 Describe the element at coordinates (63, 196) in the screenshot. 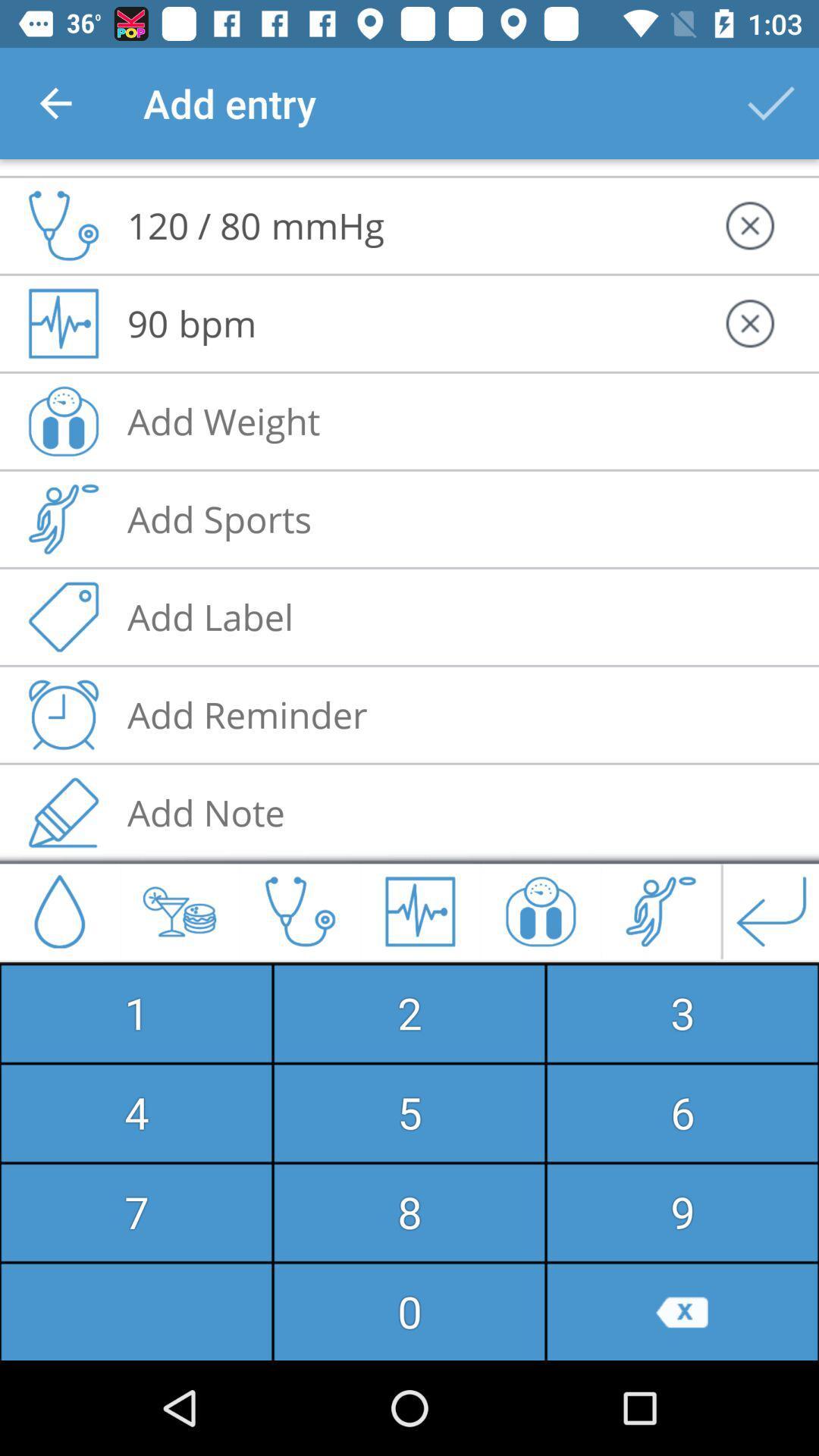

I see `the stethoscope icon` at that location.